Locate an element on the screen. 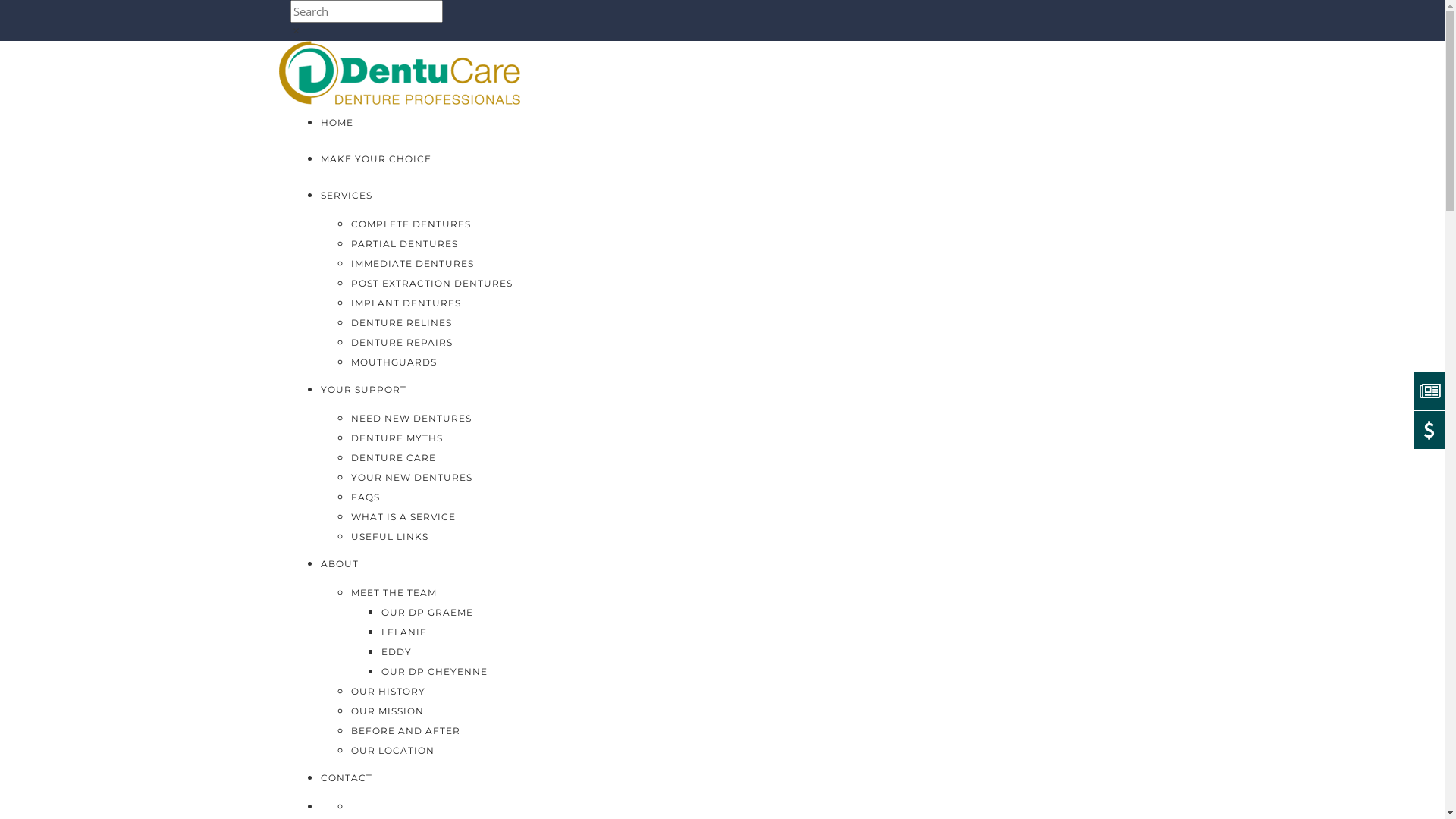 This screenshot has height=819, width=1456. 'OUR DP GRAEME' is located at coordinates (425, 611).